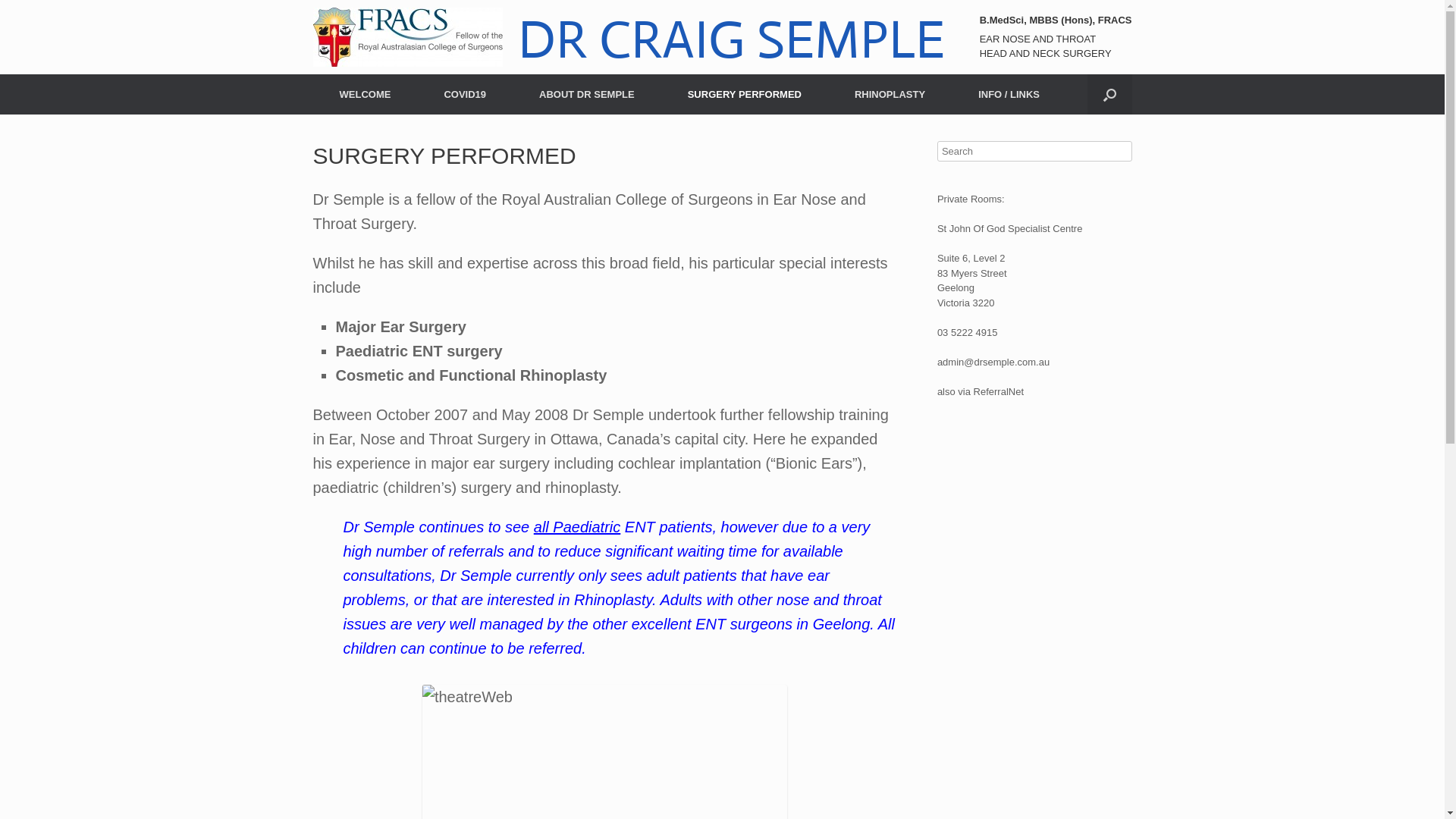 The width and height of the screenshot is (1456, 819). I want to click on 'WELCOME', so click(364, 94).